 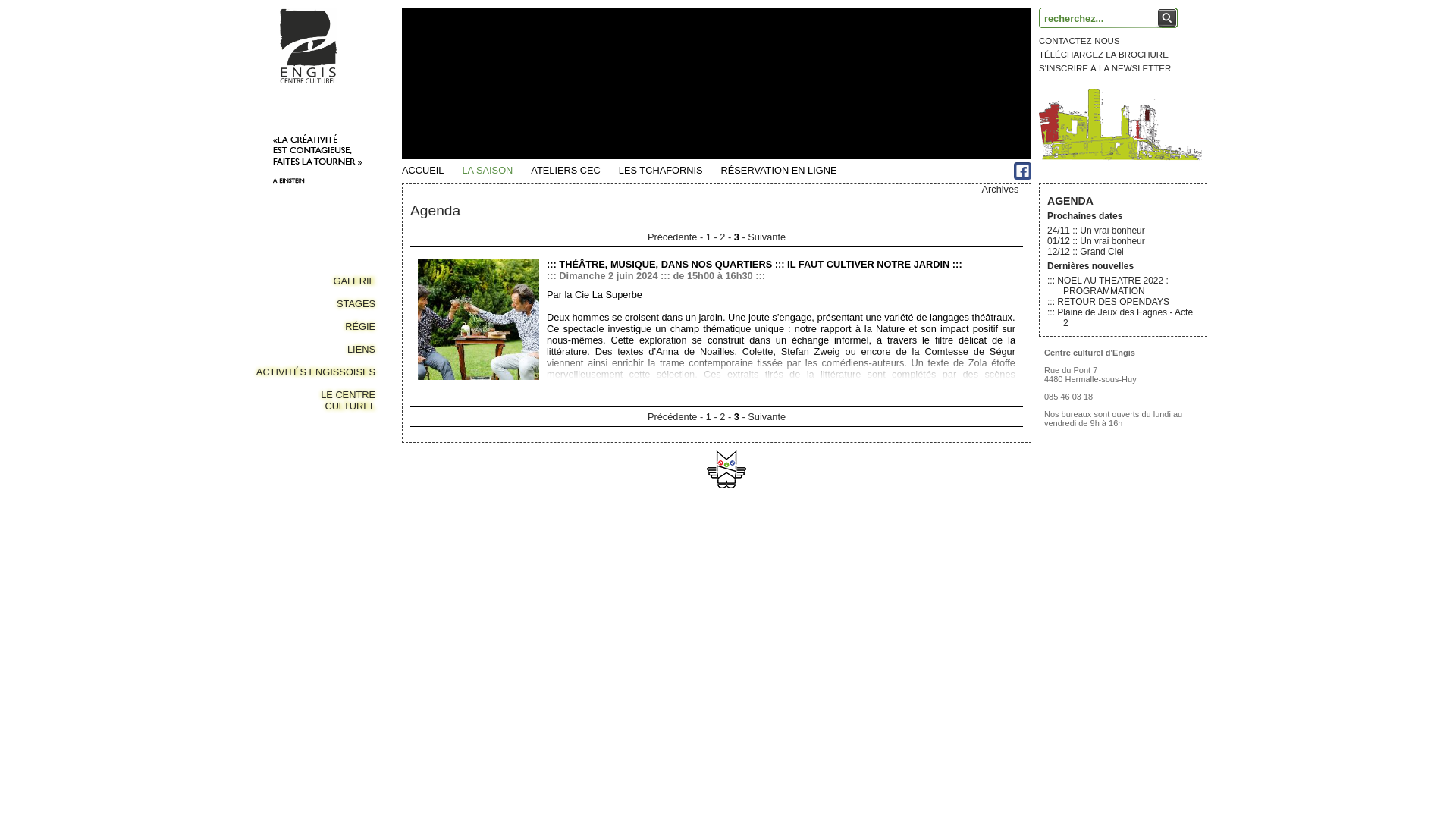 What do you see at coordinates (708, 237) in the screenshot?
I see `'1'` at bounding box center [708, 237].